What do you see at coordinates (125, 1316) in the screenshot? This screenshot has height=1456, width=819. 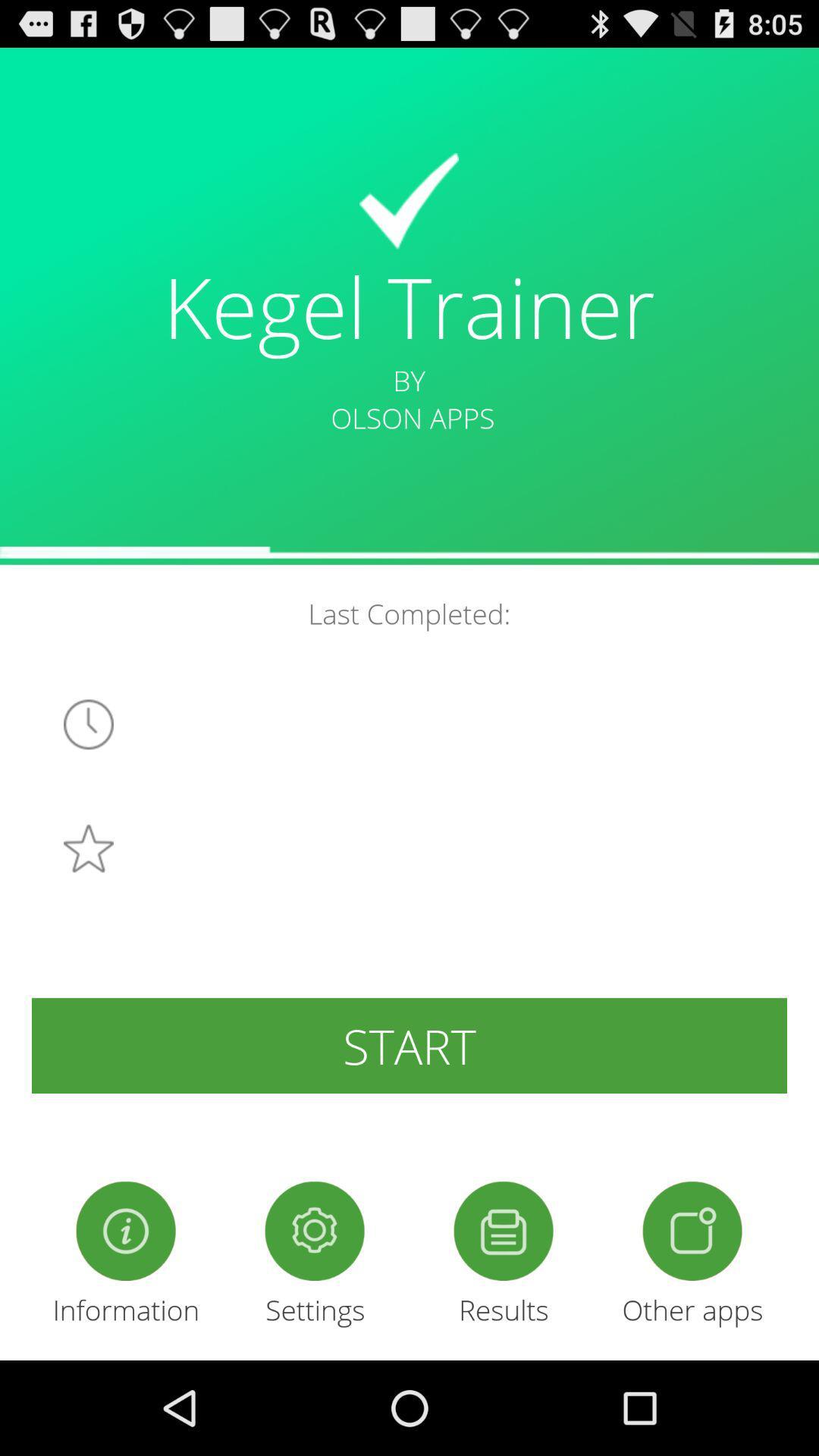 I see `the info icon` at bounding box center [125, 1316].